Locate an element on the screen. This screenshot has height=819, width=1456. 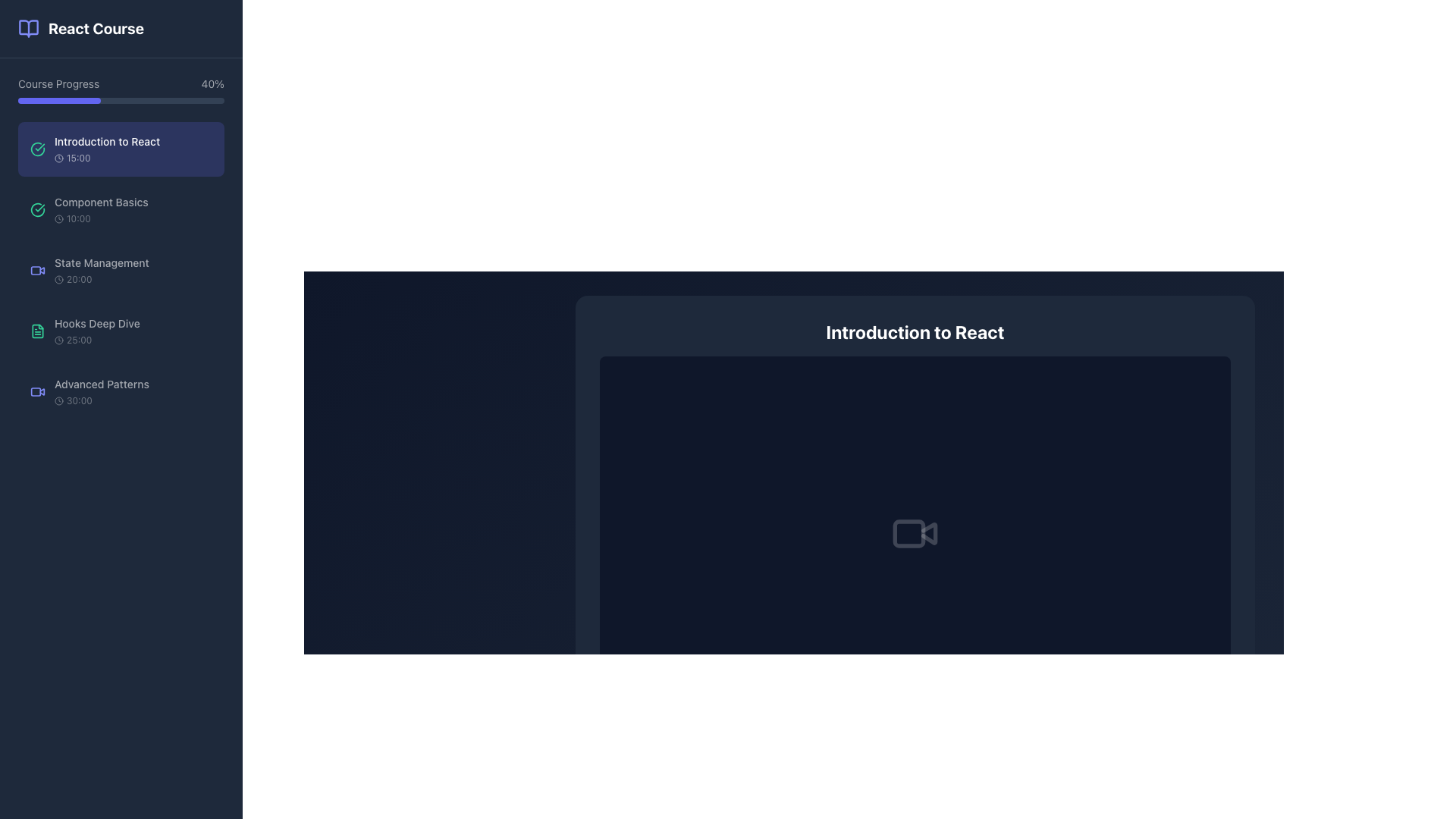
the icon resembling a stylized document with a folded corner, located in the fourth slot of a vertical list next to the text 'Hooks Deep Dive' is located at coordinates (37, 330).